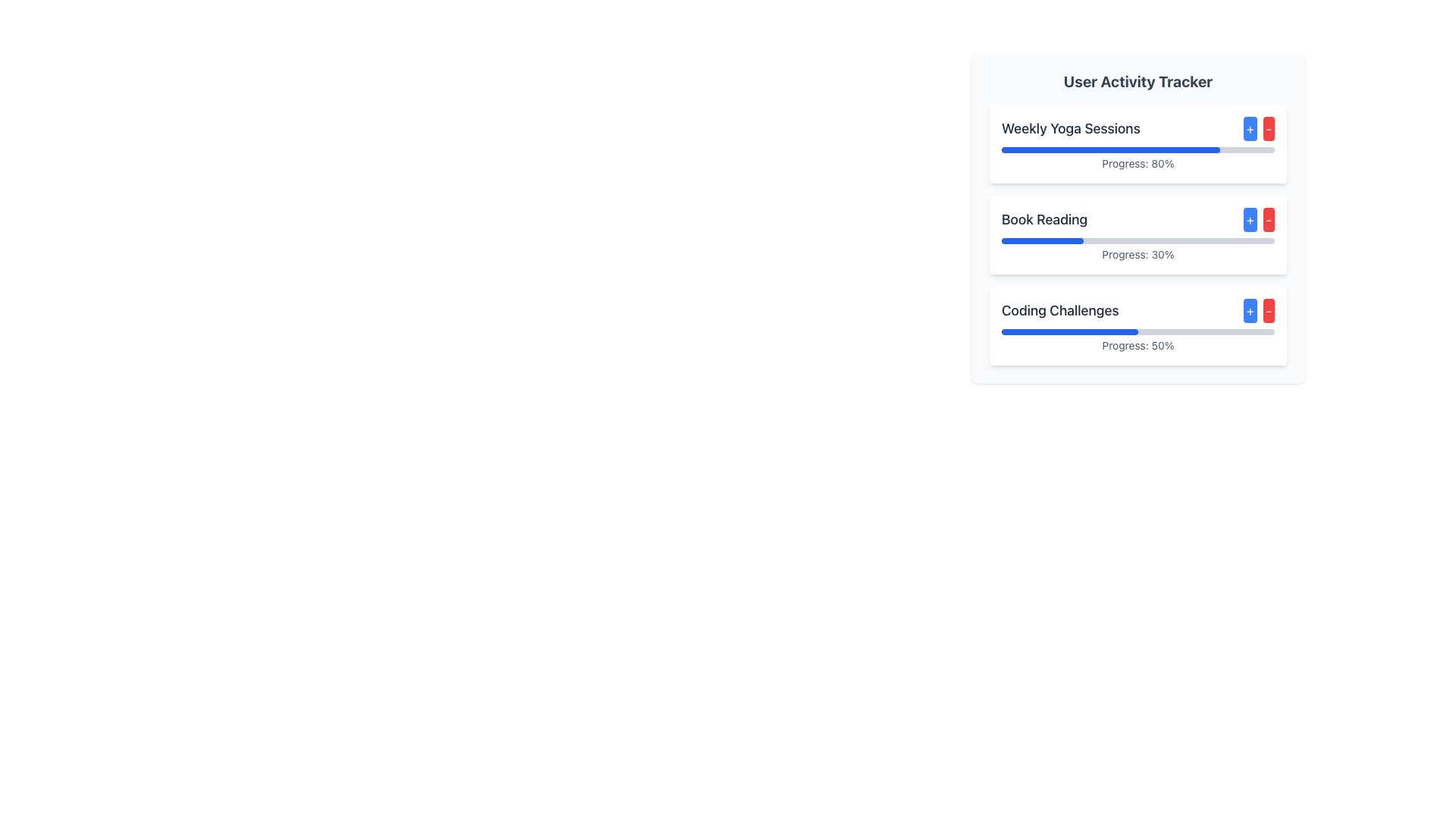 Image resolution: width=1456 pixels, height=819 pixels. I want to click on the small blue button with a plus symbol in the 'Coding Challenges' section of the 'User Activity Tracker' panel, so click(1250, 309).